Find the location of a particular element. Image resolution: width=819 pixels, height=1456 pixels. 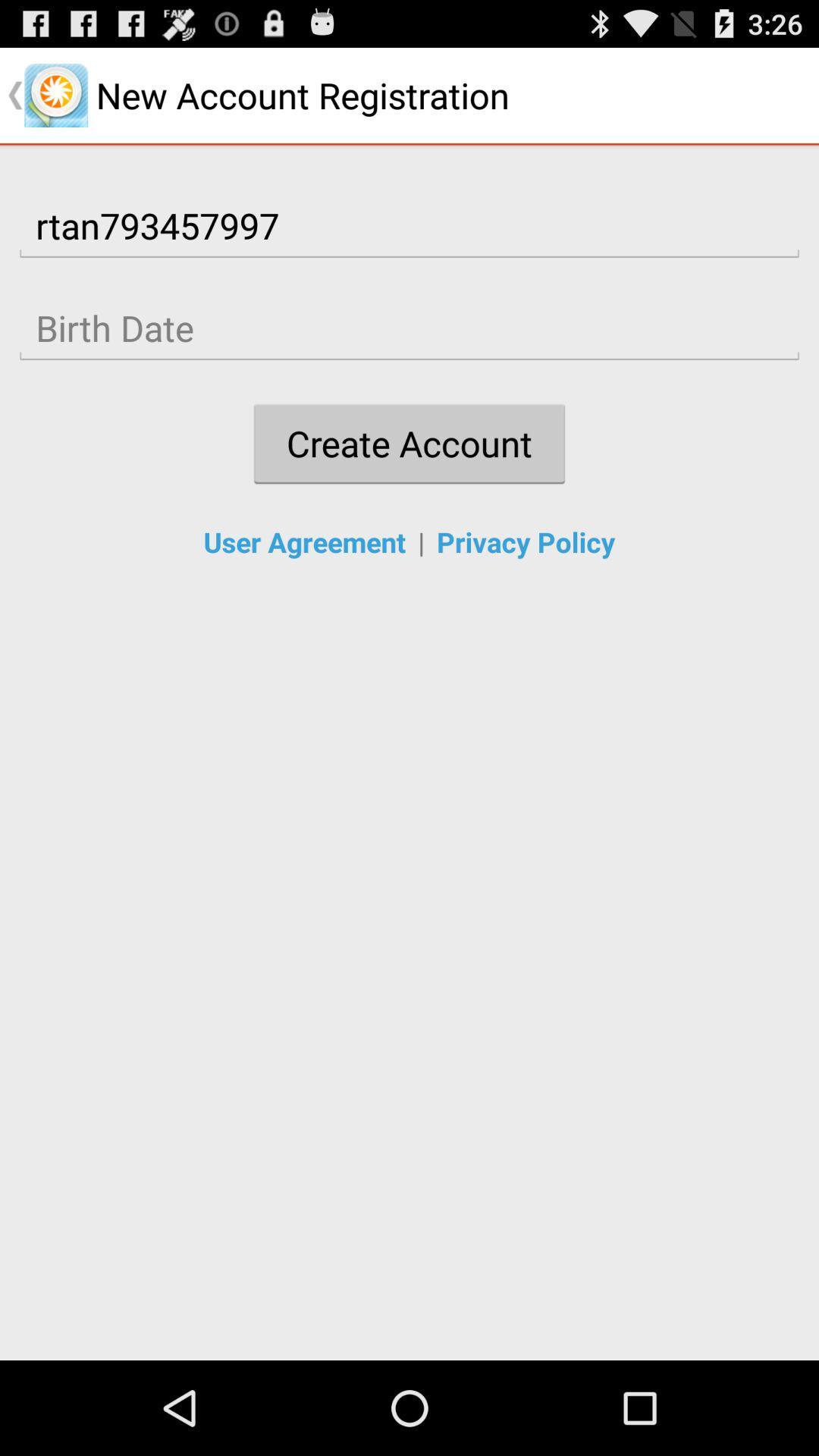

date of birth is located at coordinates (409, 328).